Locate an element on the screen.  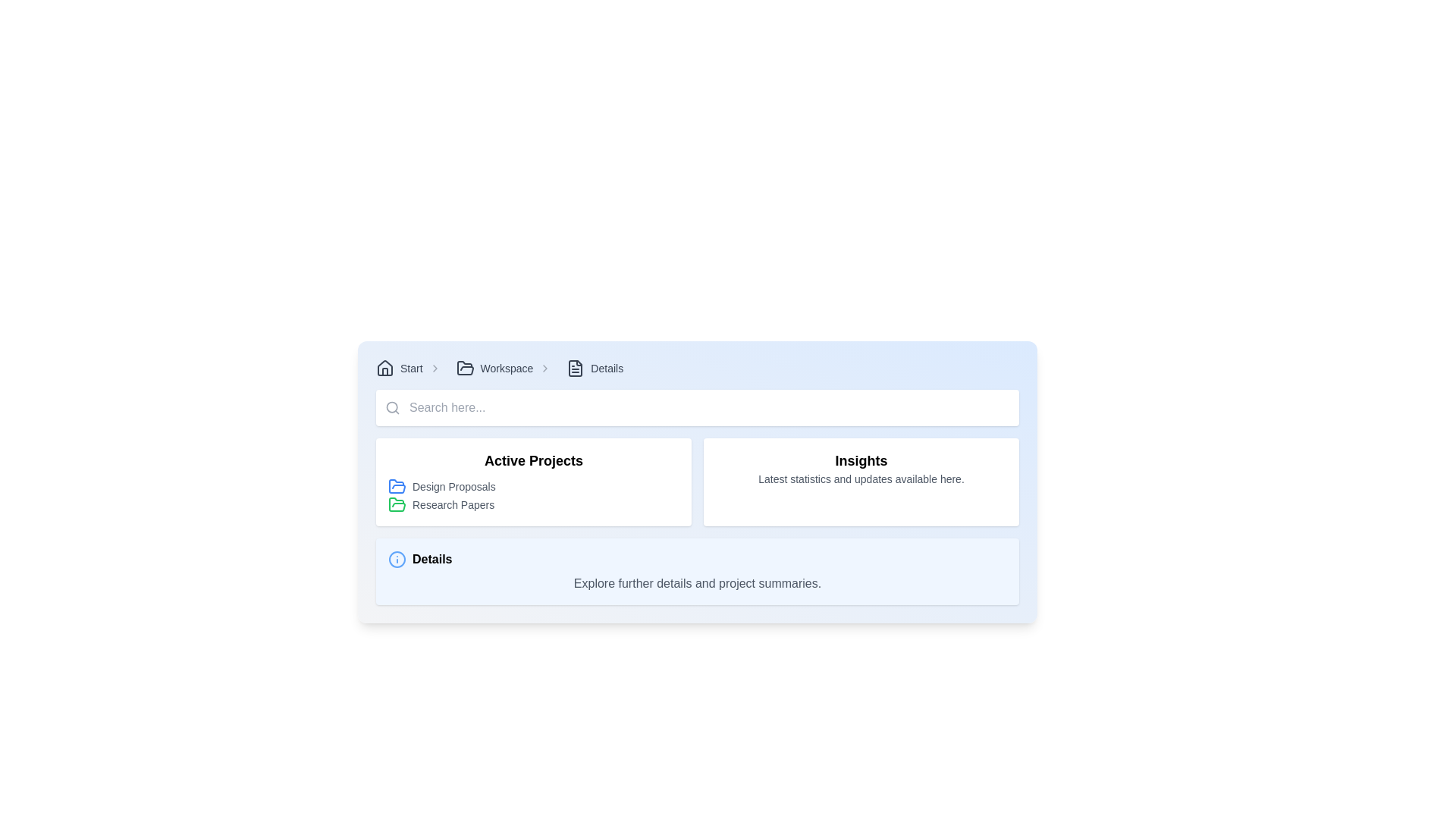
the 'Start' text label in the navigation link is located at coordinates (411, 369).